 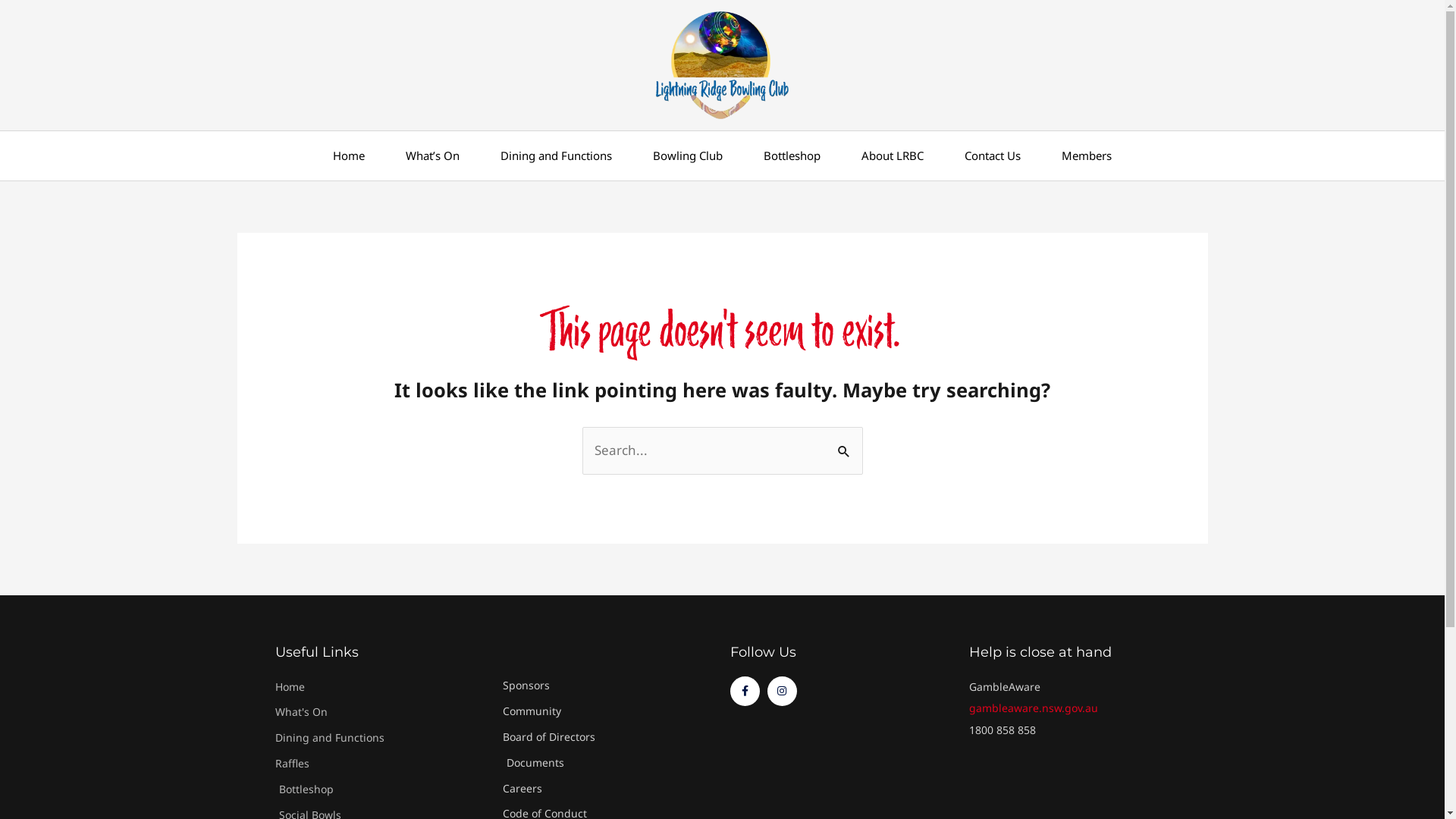 I want to click on 'Search', so click(x=844, y=441).